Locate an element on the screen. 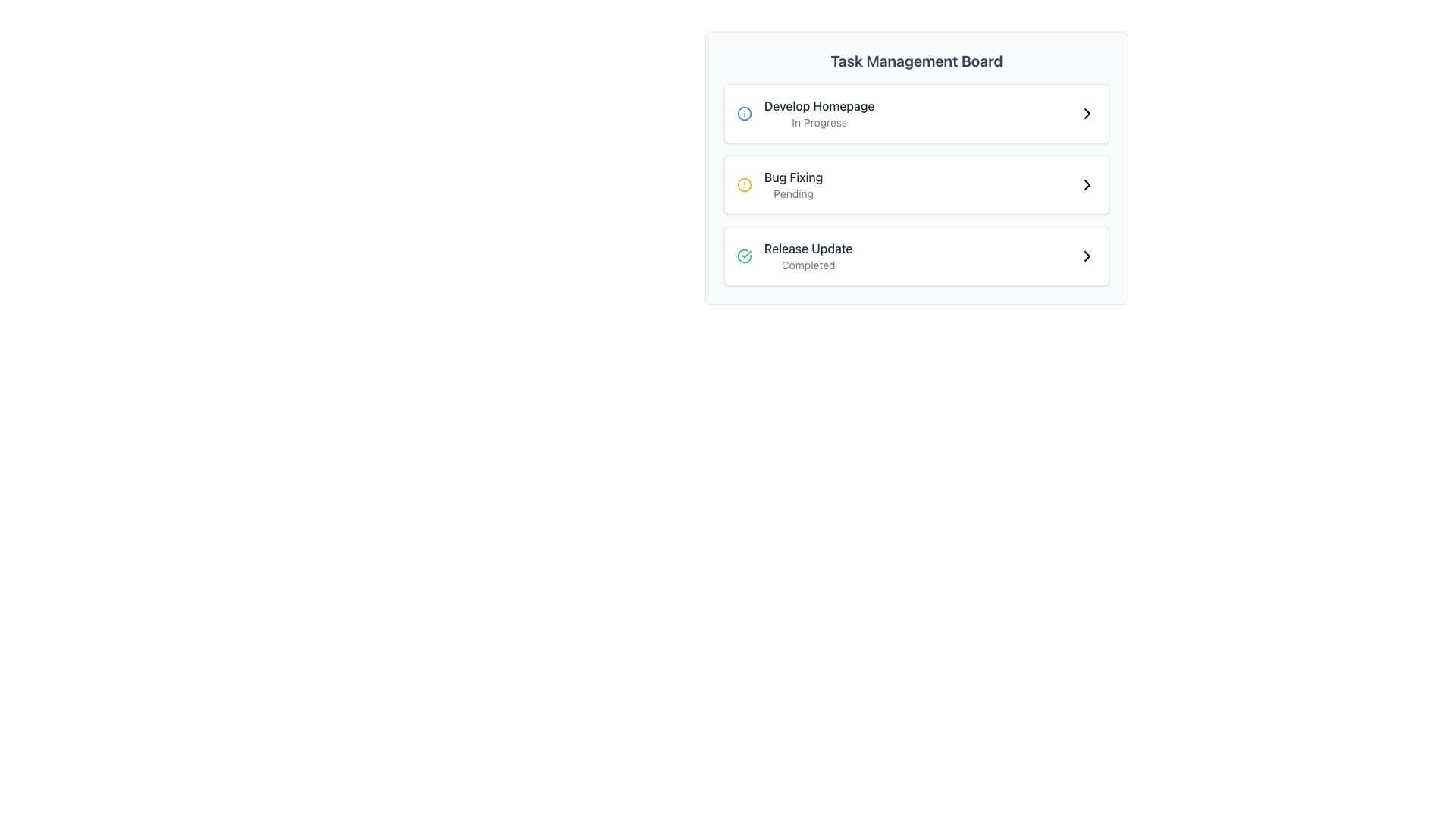 Image resolution: width=1456 pixels, height=819 pixels. the chevron icon located at the far right end of the 'Release Update Completed' section is located at coordinates (1087, 256).